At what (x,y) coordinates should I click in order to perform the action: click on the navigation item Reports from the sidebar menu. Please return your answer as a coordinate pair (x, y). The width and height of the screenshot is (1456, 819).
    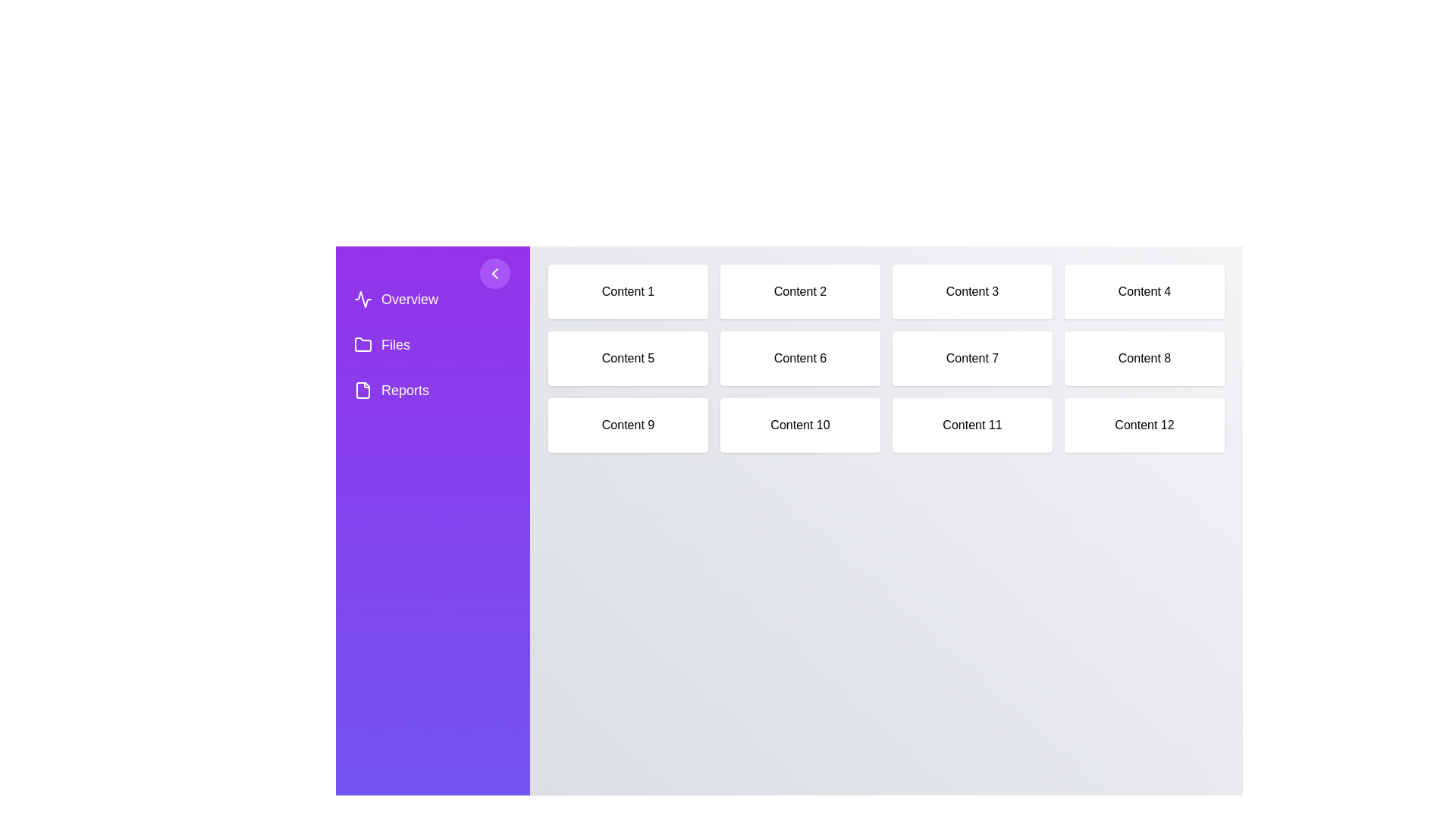
    Looking at the image, I should click on (432, 390).